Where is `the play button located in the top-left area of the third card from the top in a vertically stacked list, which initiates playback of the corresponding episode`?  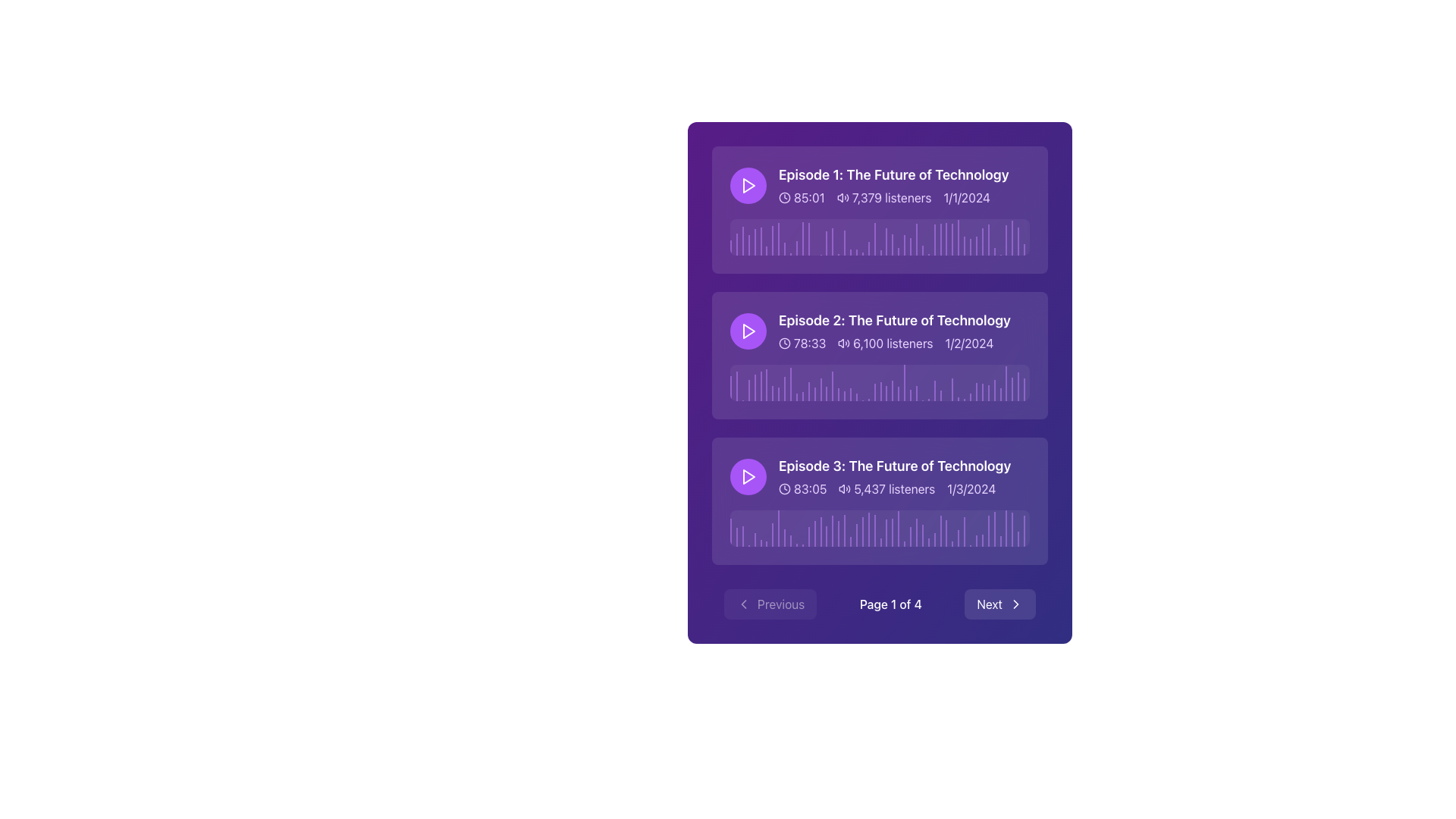
the play button located in the top-left area of the third card from the top in a vertically stacked list, which initiates playback of the corresponding episode is located at coordinates (749, 475).